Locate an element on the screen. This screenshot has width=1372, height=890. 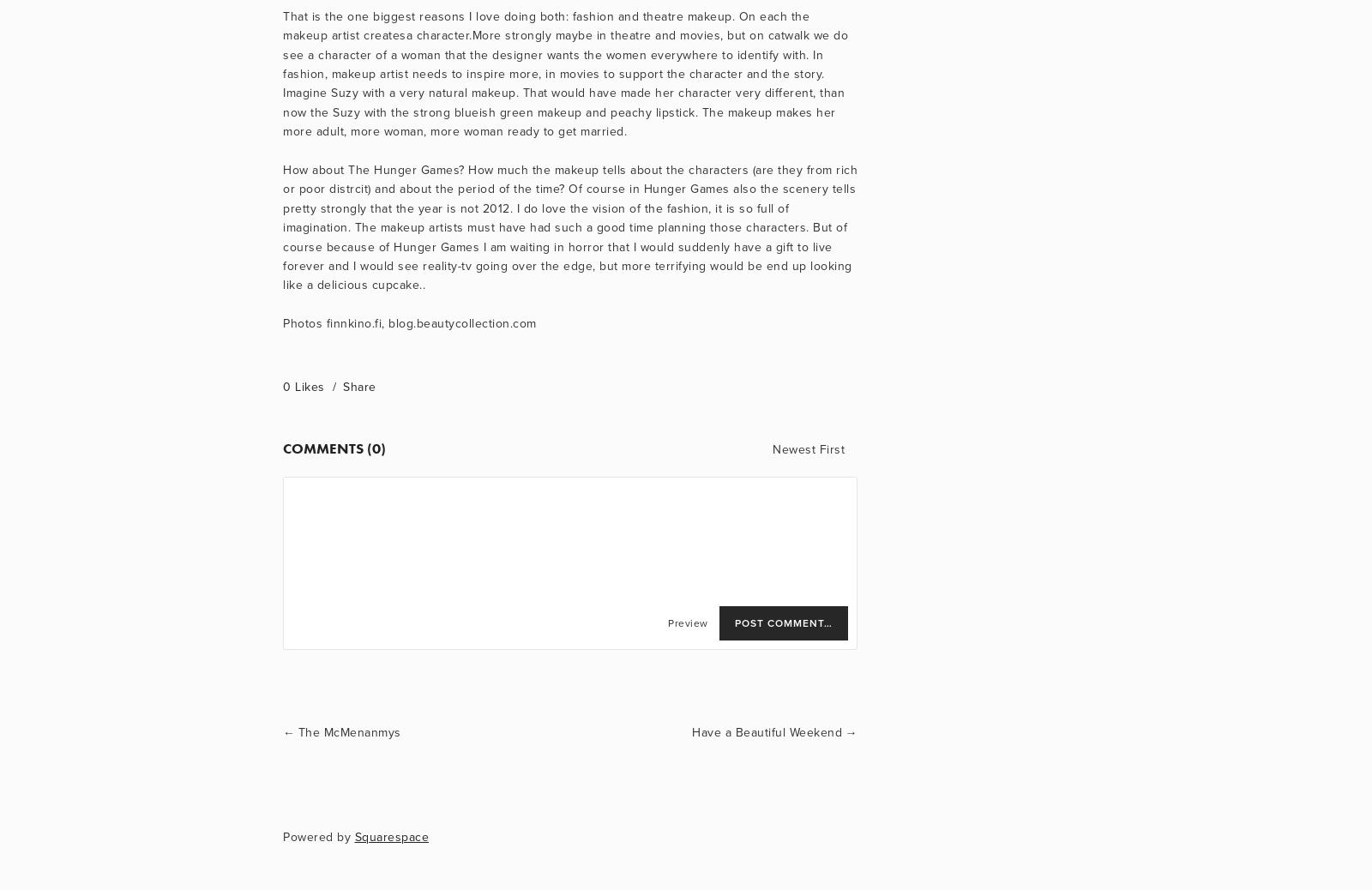
'Preview' is located at coordinates (686, 622).